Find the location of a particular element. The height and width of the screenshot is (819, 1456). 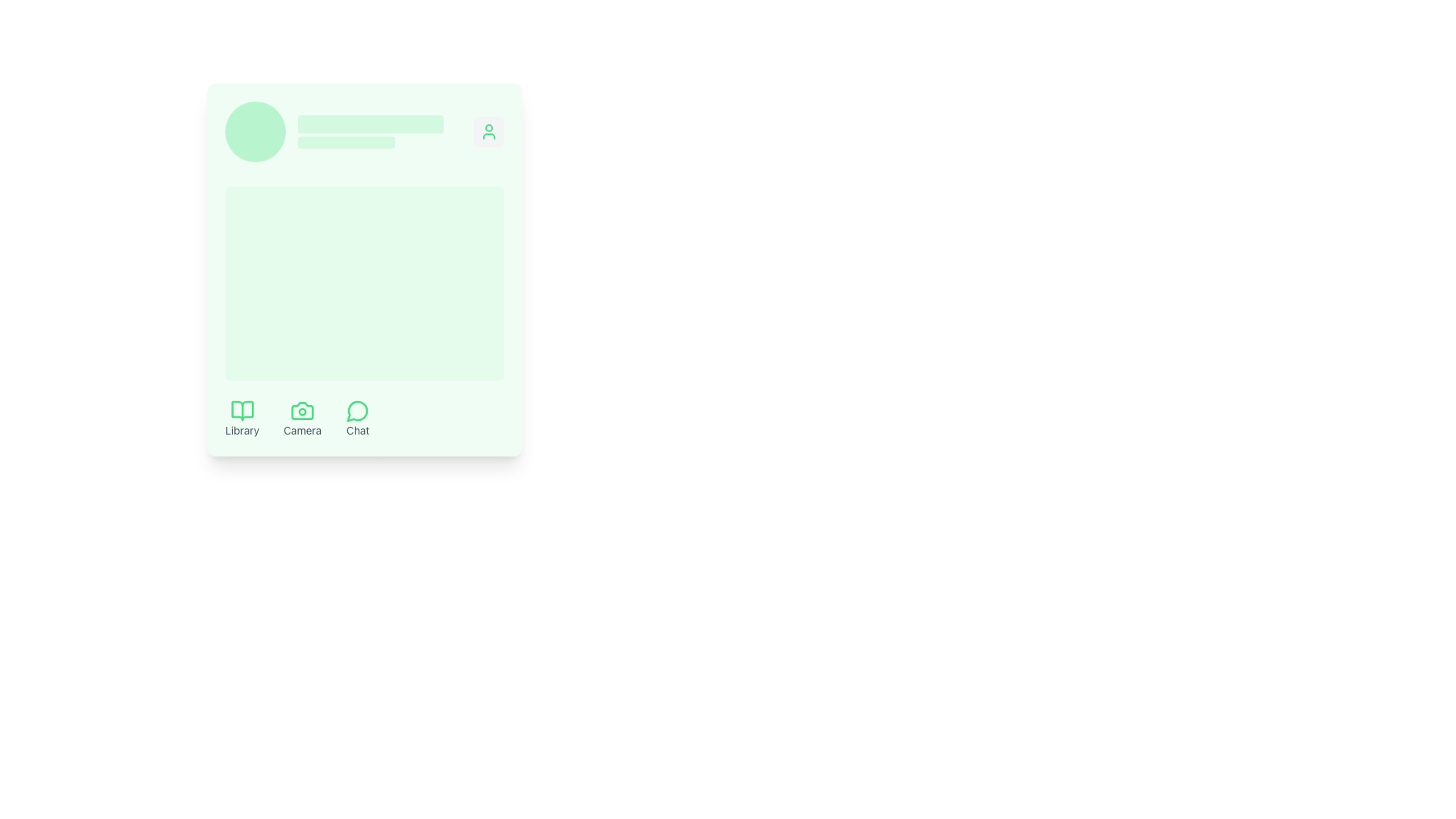

the Component group consisting of avatar and placeholders, which features a circular green pulsating shape on the left and two horizontal green bars on the right is located at coordinates (334, 130).